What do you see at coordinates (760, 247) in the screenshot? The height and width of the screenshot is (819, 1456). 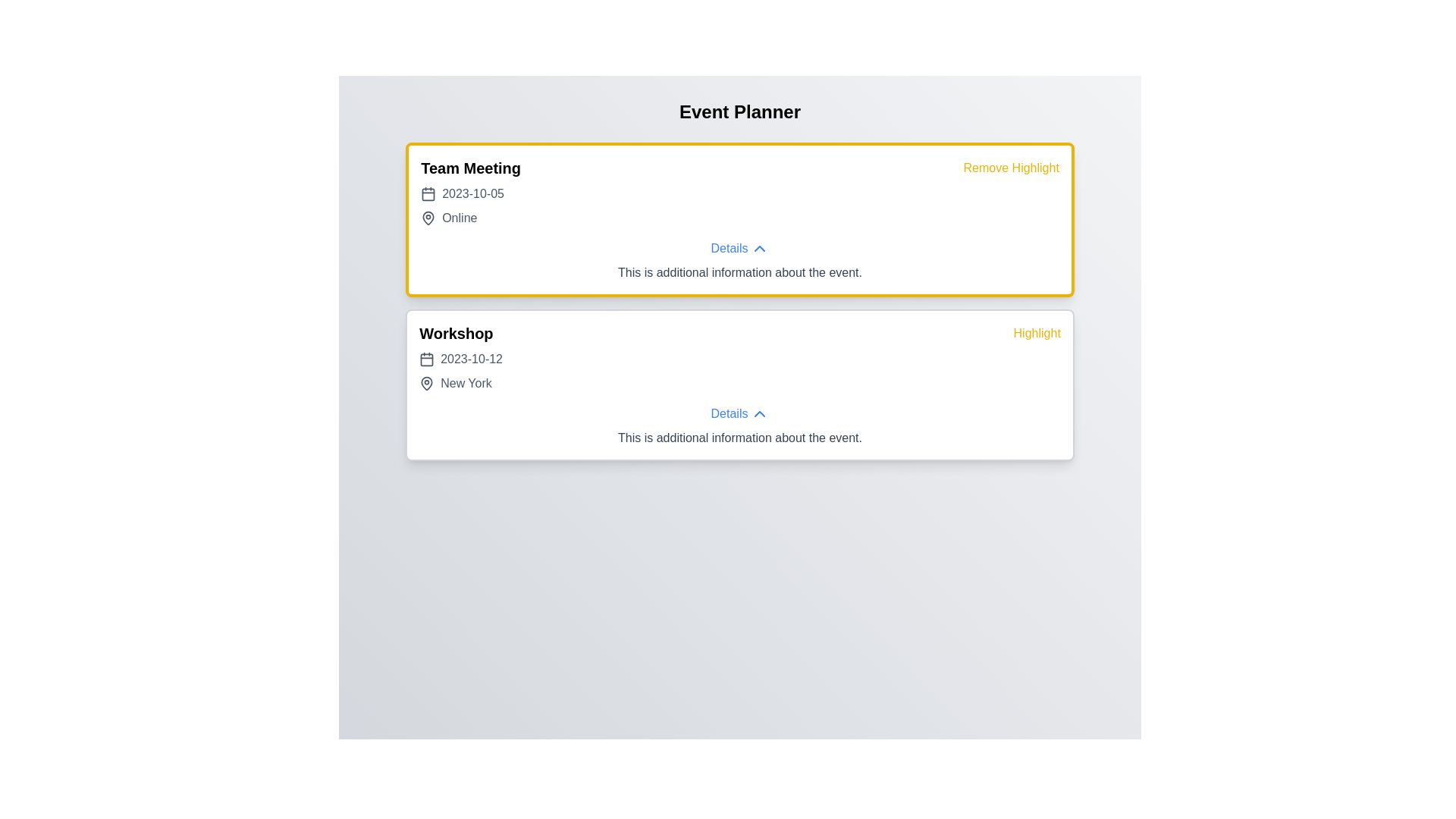 I see `the upward-pointing chevron icon with a blue border located to the right of the 'Details' label` at bounding box center [760, 247].